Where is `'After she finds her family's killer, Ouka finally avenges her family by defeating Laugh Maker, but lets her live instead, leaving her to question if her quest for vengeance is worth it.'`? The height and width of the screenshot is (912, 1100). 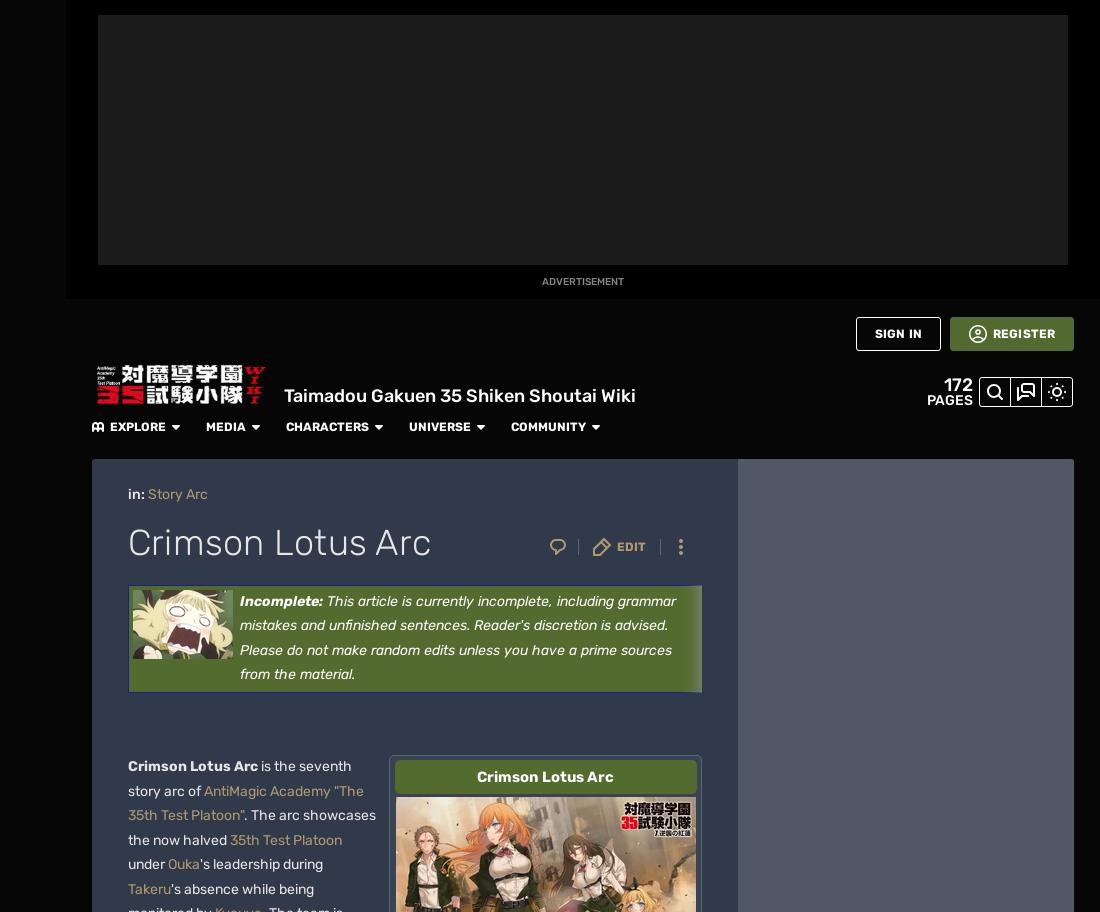
'After she finds her family's killer, Ouka finally avenges her family by defeating Laugh Maker, but lets her live instead, leaving her to question if her quest for vengeance is worth it.' is located at coordinates (441, 342).